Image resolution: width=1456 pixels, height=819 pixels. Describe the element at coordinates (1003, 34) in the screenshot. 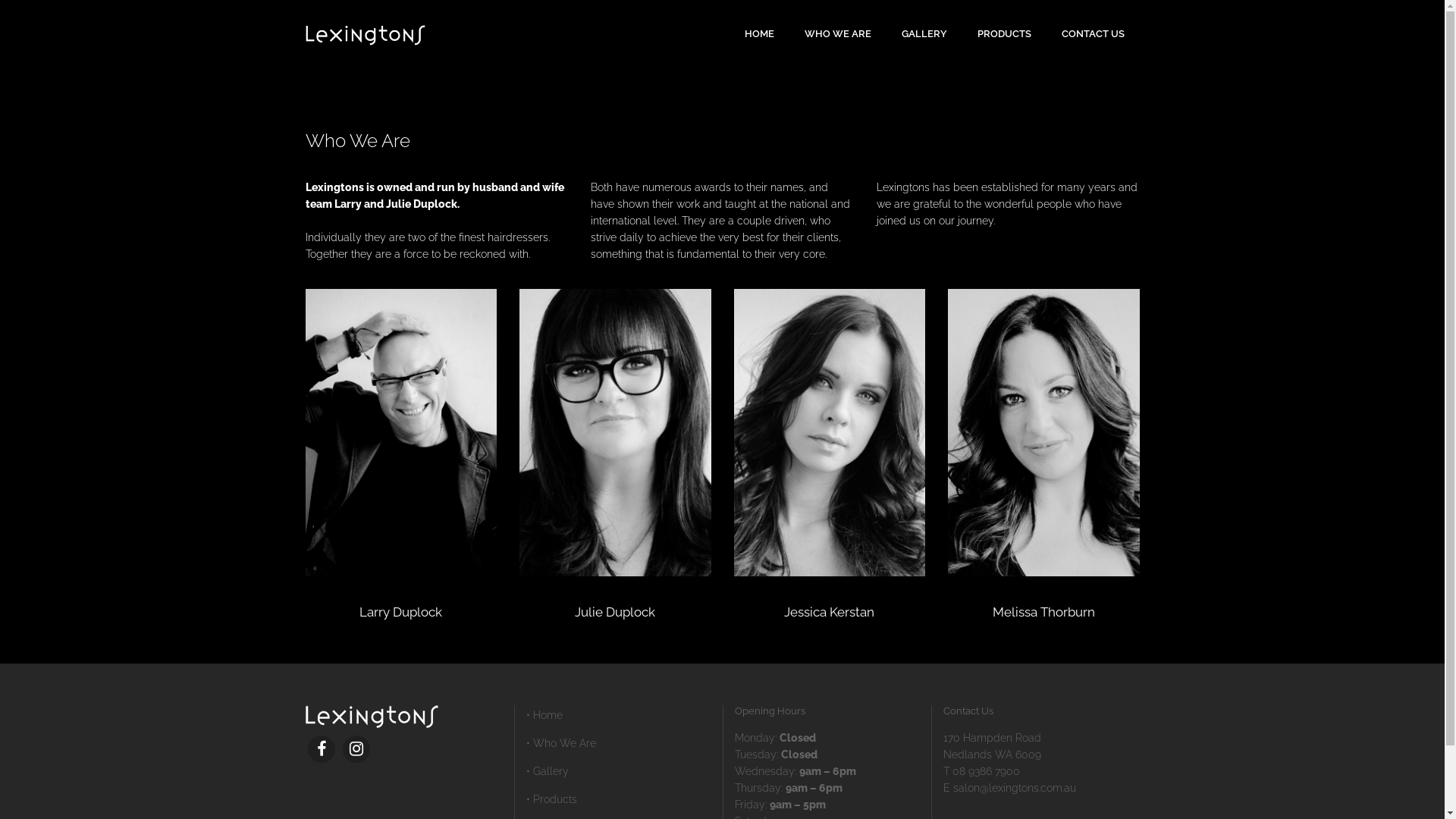

I see `'PRODUCTS'` at that location.